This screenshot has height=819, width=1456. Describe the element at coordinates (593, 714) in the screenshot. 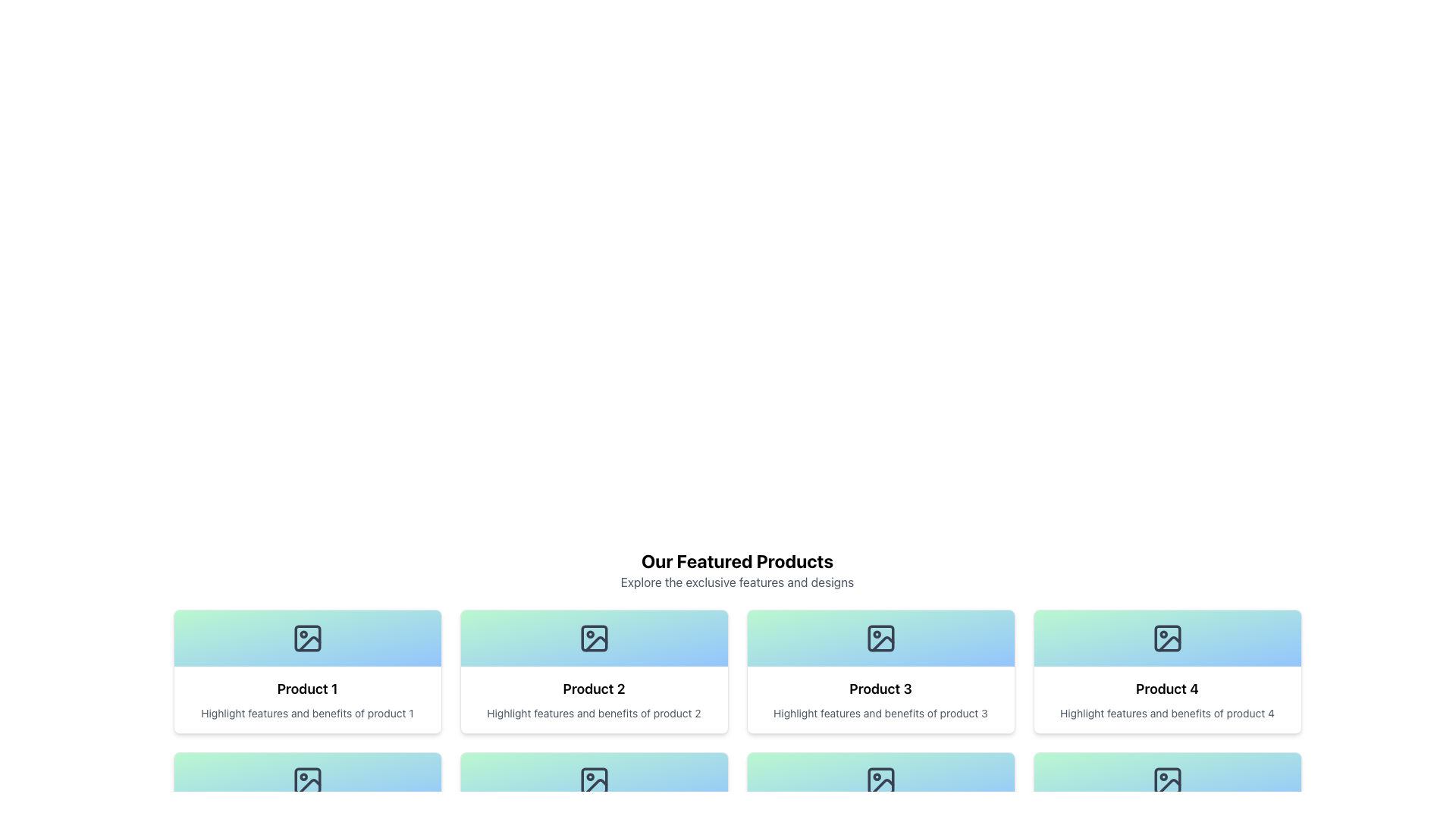

I see `the Text Label element that reads 'Highlight features and benefits of product 2.', which is styled in gray and positioned directly below the title 'Product 2' in the second product card` at that location.